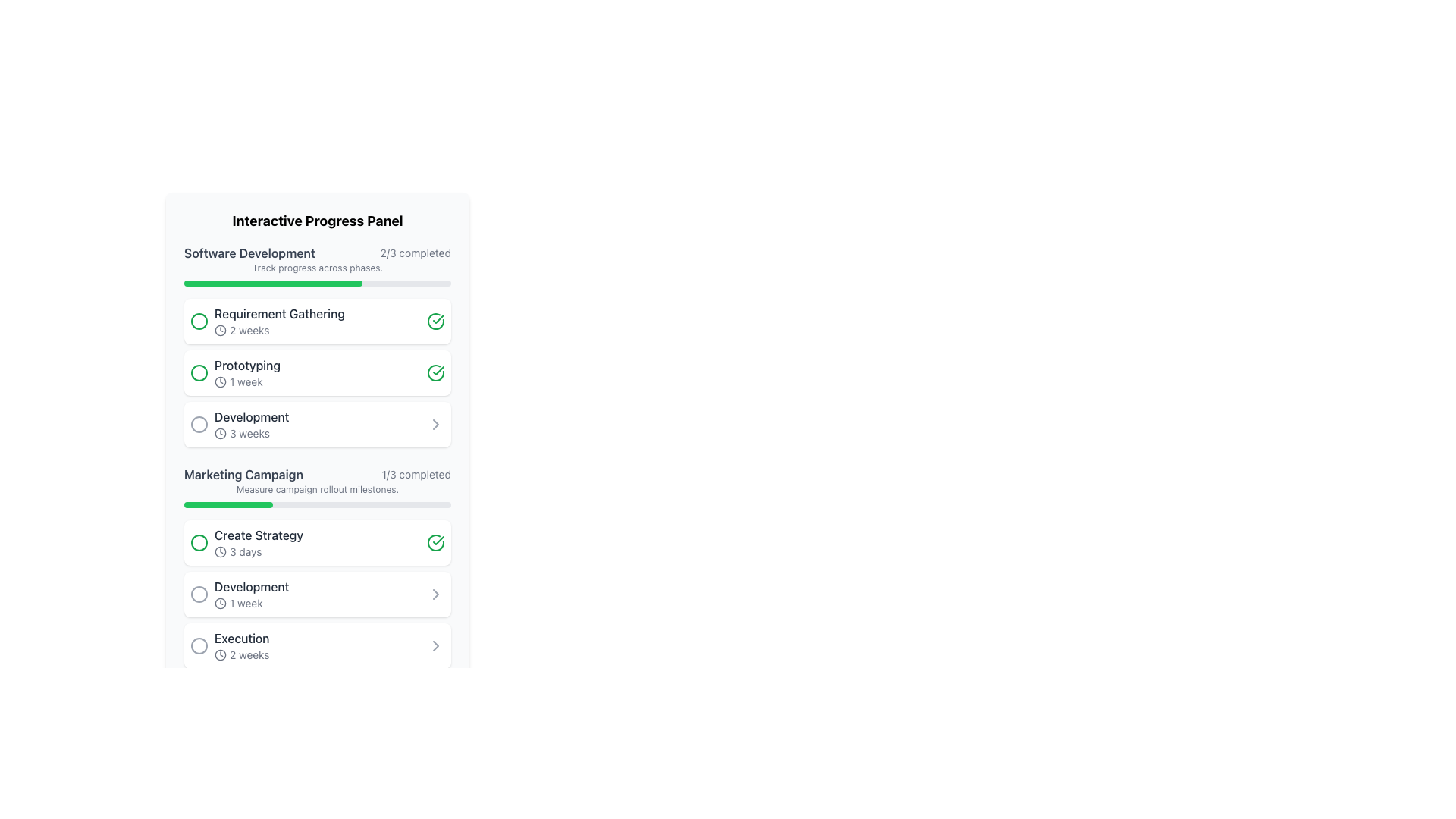 The image size is (1456, 819). I want to click on the green Circle indicator or status marker located in the 'Marketing Campaign' section, to the immediate left of the 'Create Strategy' text, so click(199, 542).